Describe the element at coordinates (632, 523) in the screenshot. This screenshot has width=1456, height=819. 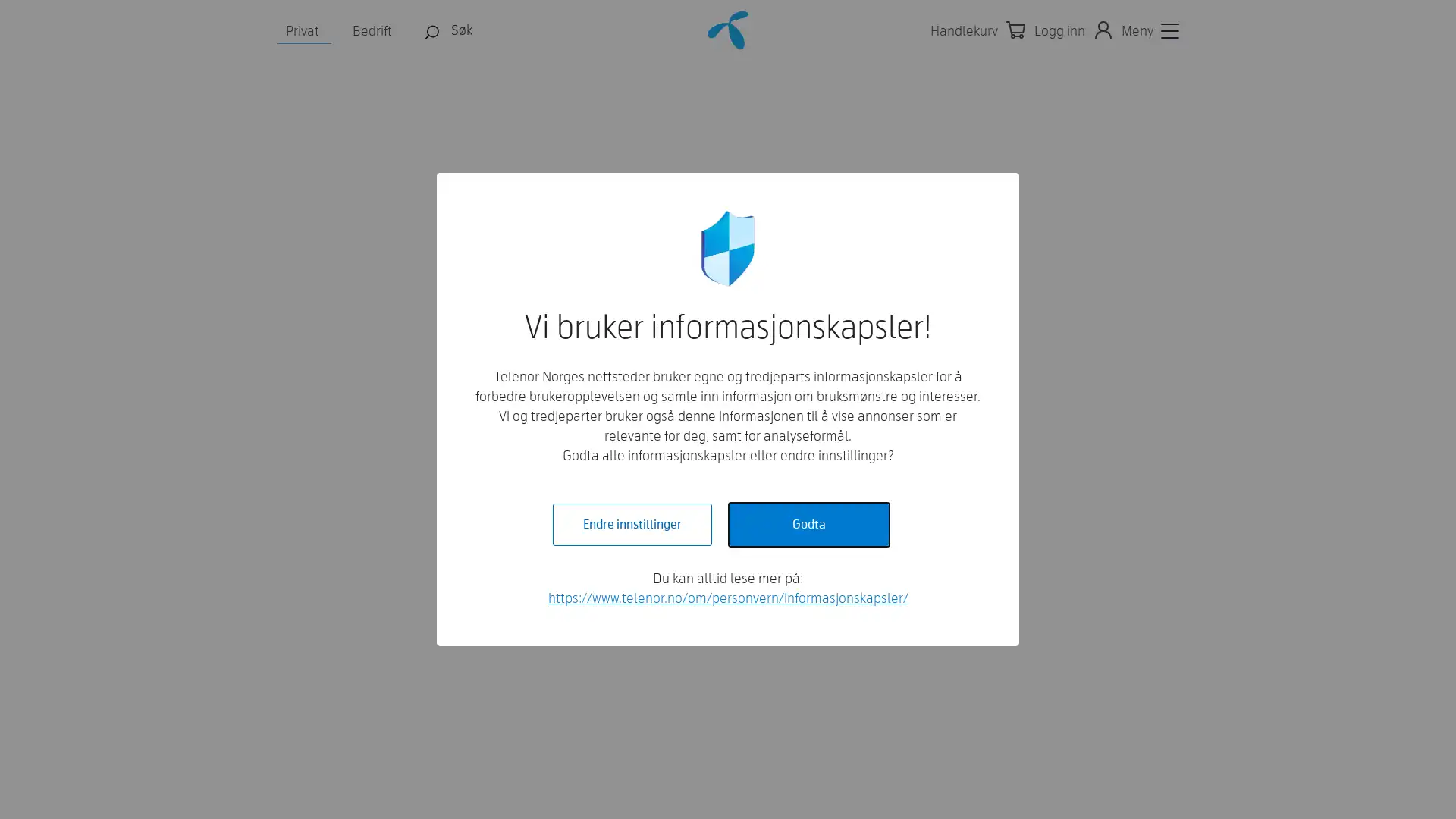
I see `Endre innstillinger` at that location.